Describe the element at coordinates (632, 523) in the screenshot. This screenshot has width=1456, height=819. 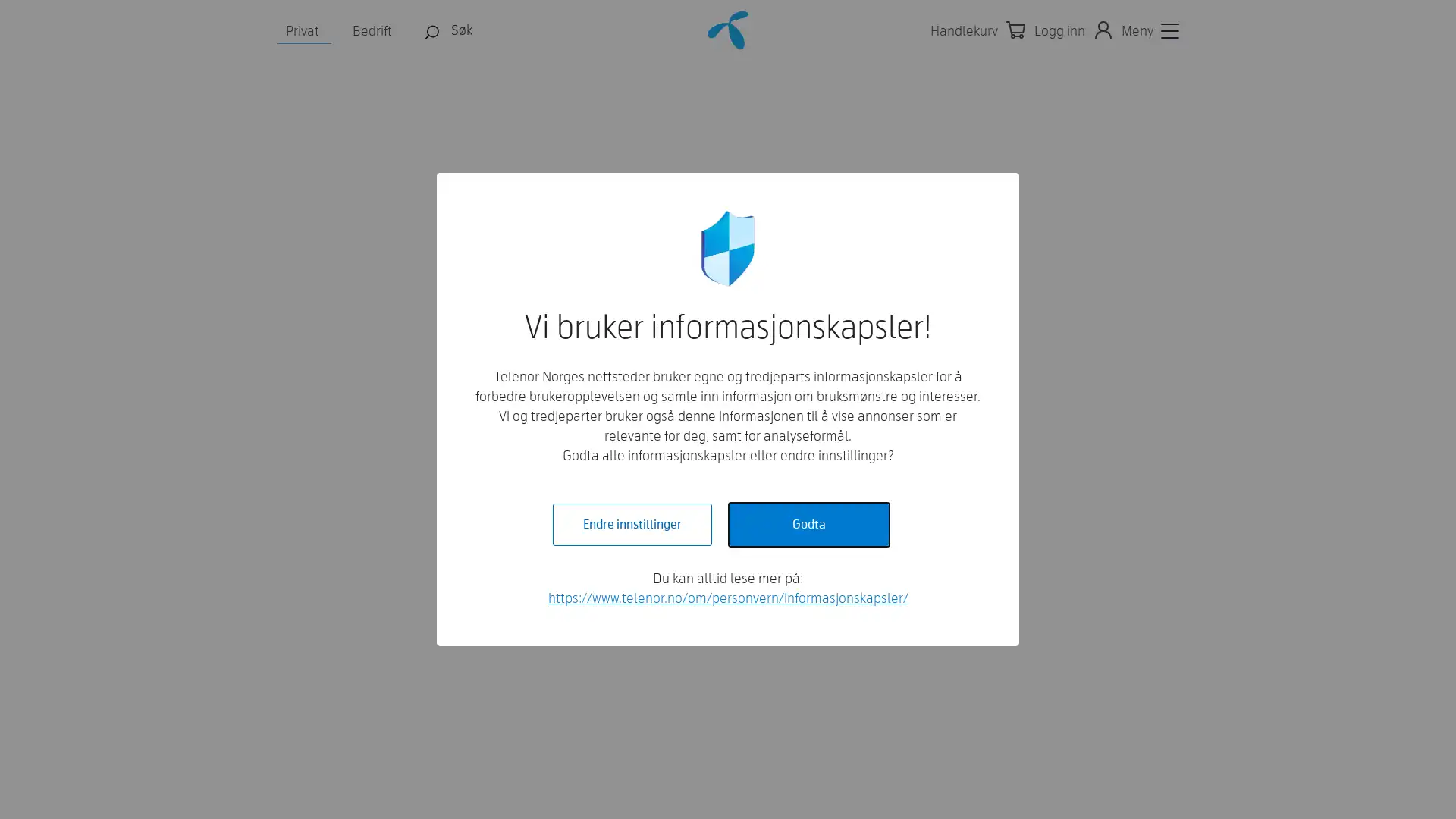
I see `Endre innstillinger` at that location.